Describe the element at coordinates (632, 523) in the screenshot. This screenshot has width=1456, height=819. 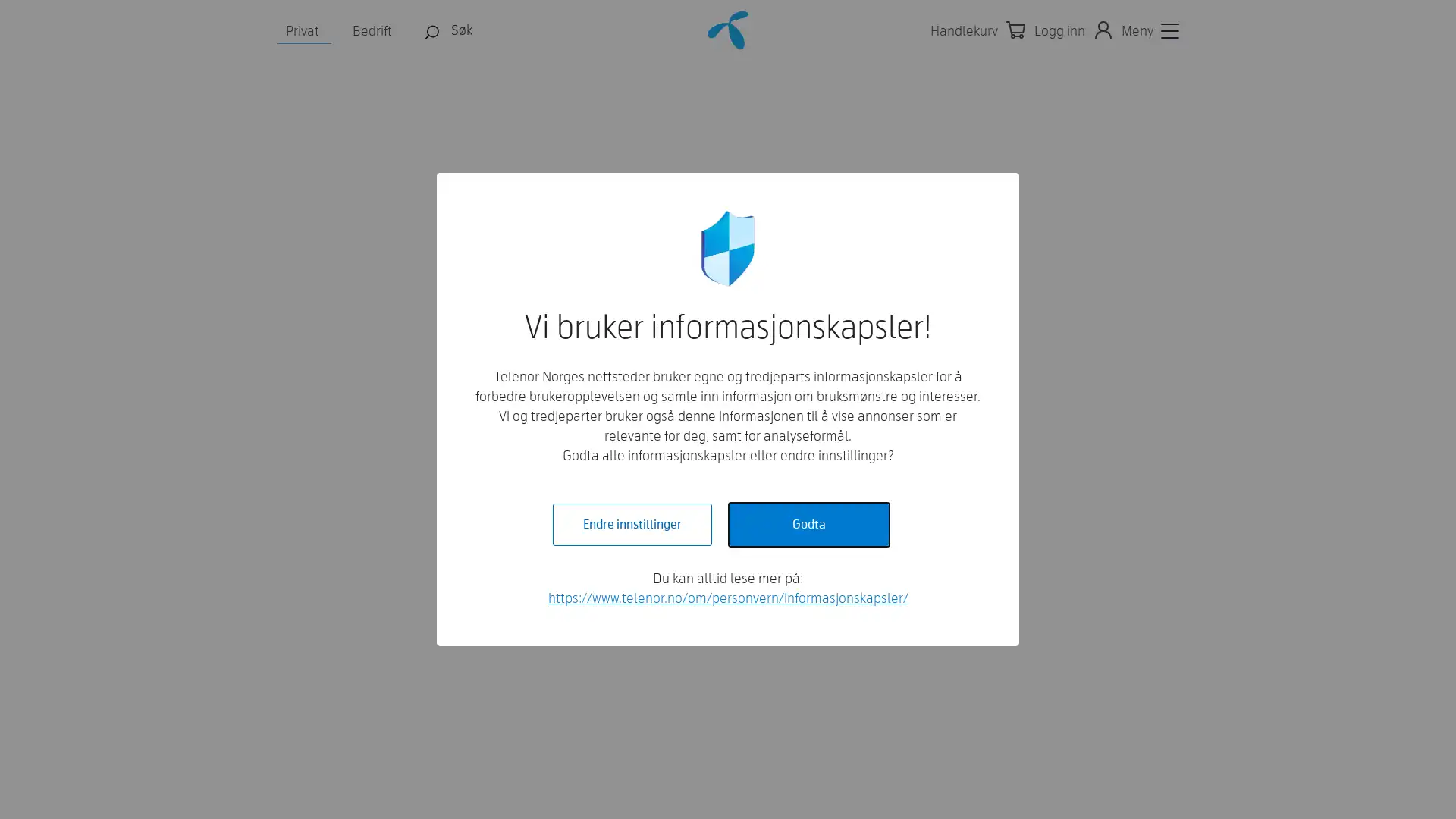
I see `Endre innstillinger` at that location.